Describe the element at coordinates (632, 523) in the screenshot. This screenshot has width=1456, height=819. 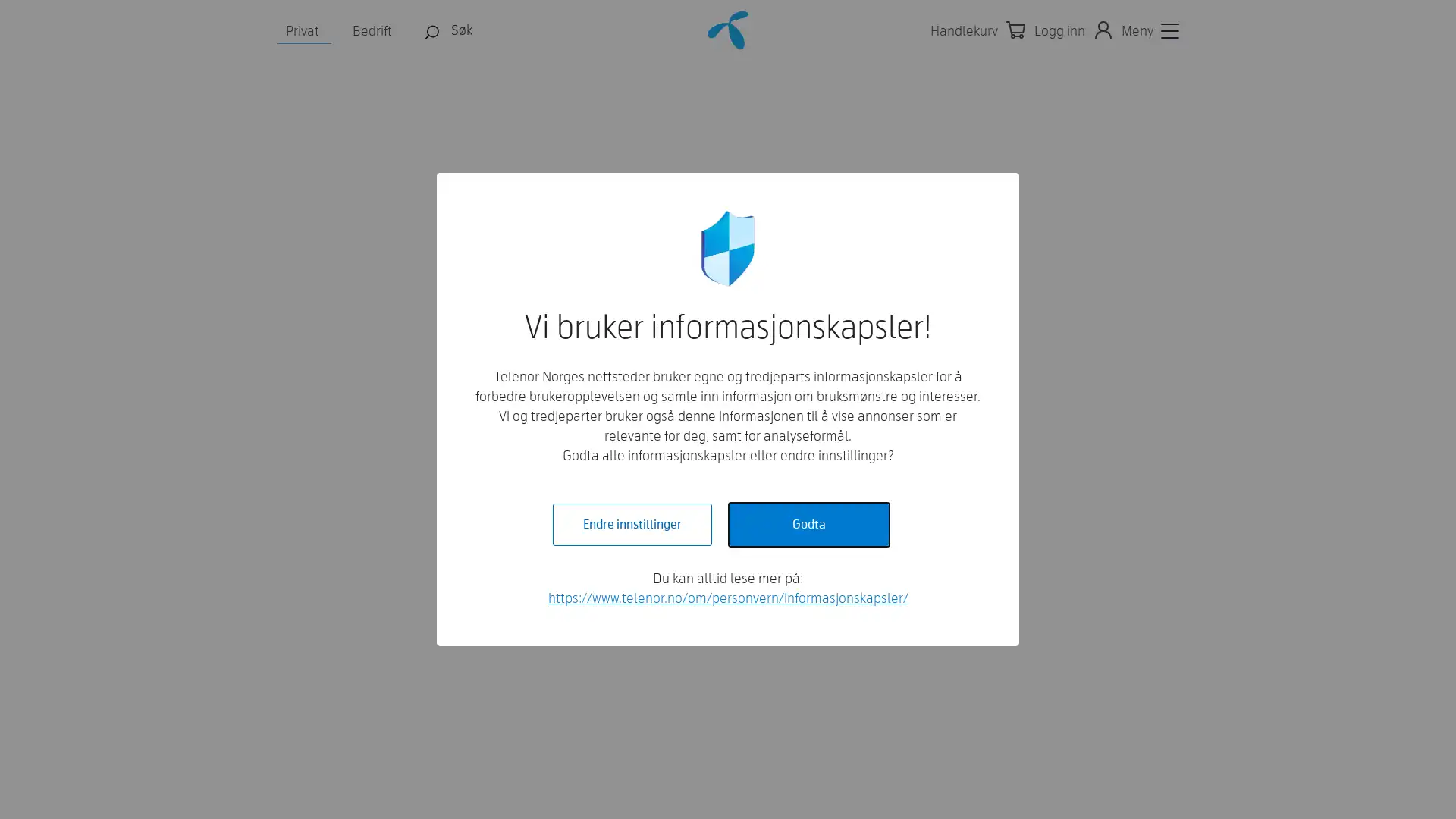
I see `Endre innstillinger` at that location.